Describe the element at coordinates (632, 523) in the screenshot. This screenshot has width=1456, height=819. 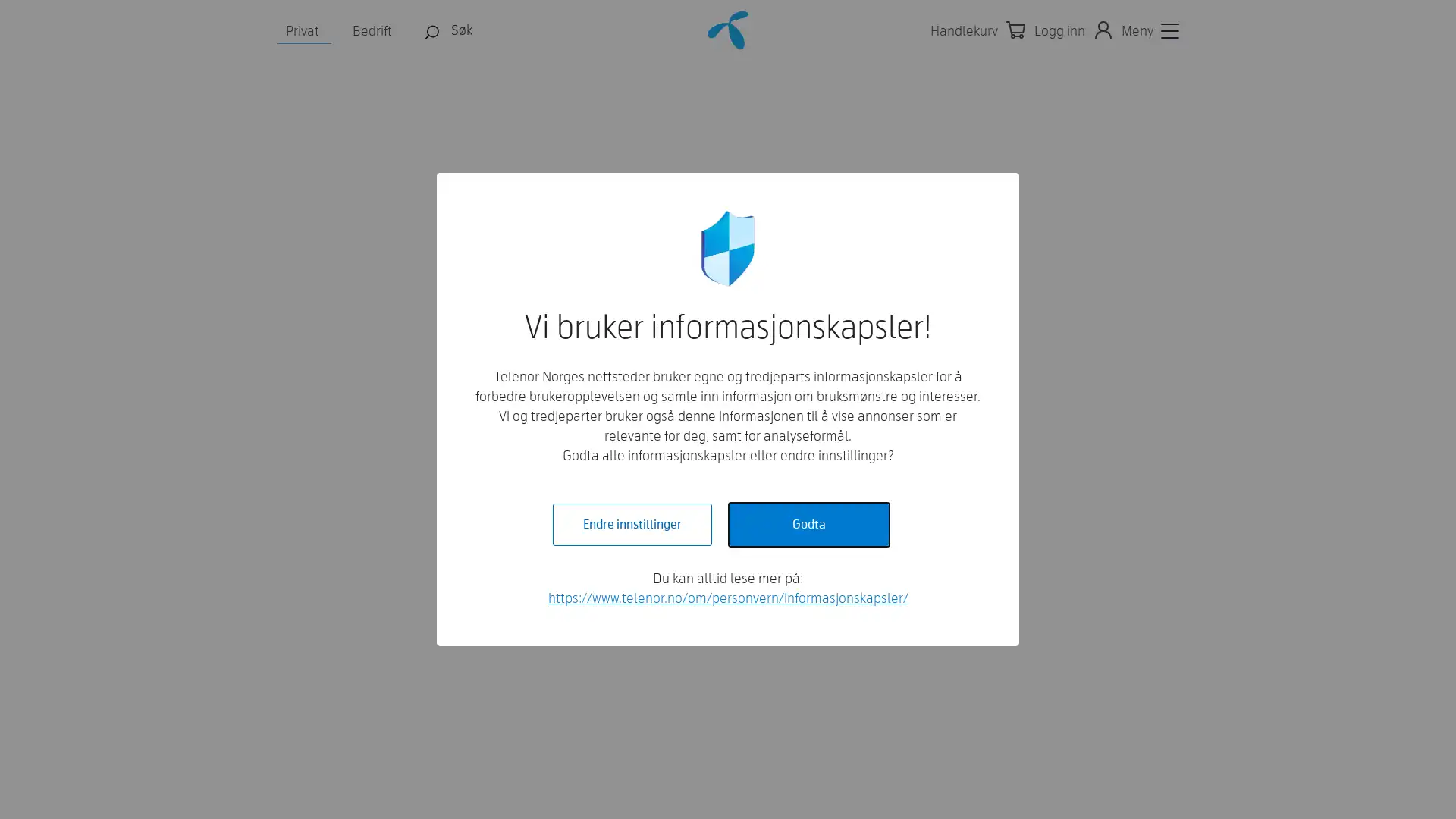
I see `Endre innstillinger` at that location.